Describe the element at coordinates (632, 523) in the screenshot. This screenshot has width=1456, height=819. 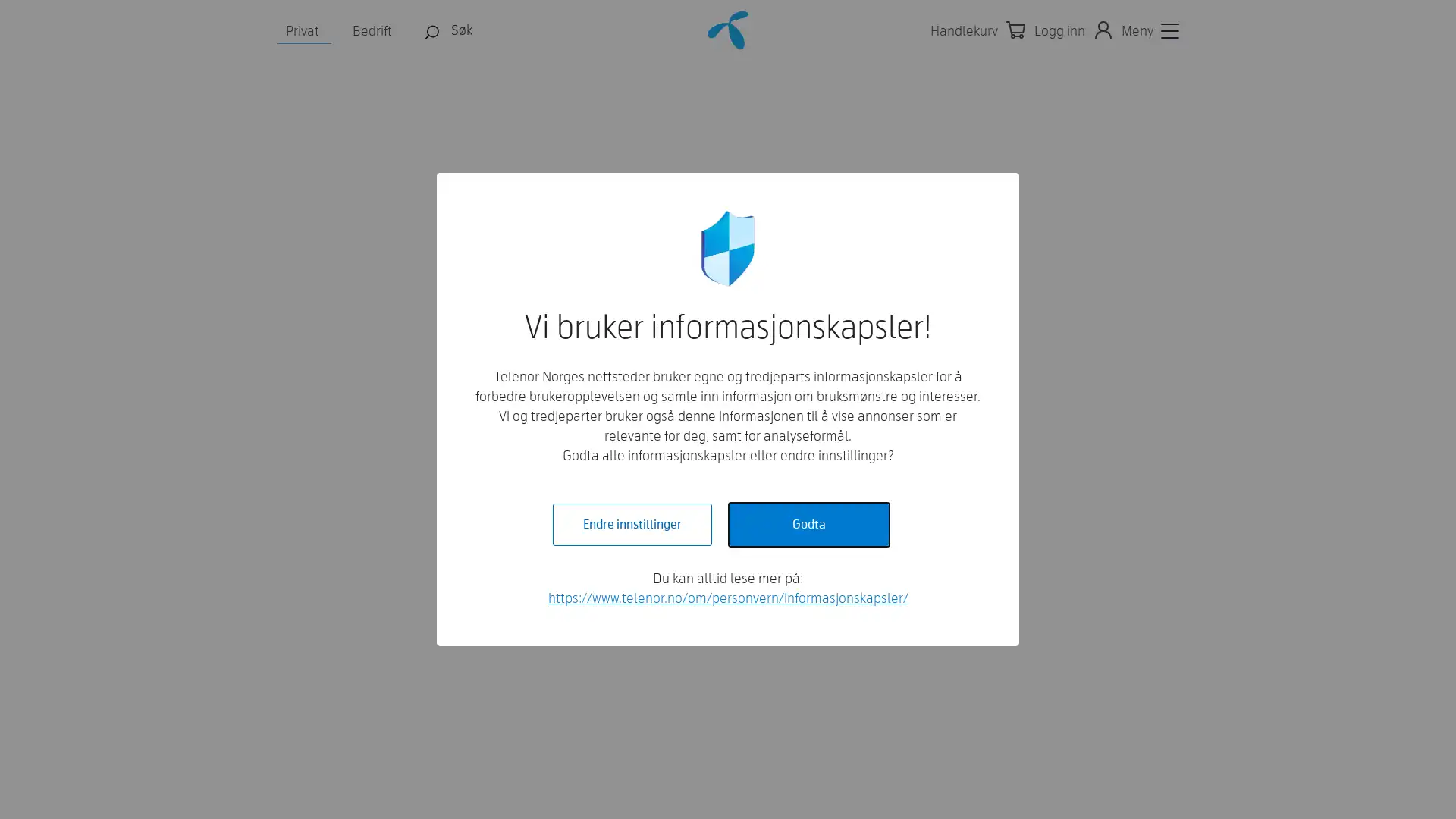
I see `Endre innstillinger` at that location.